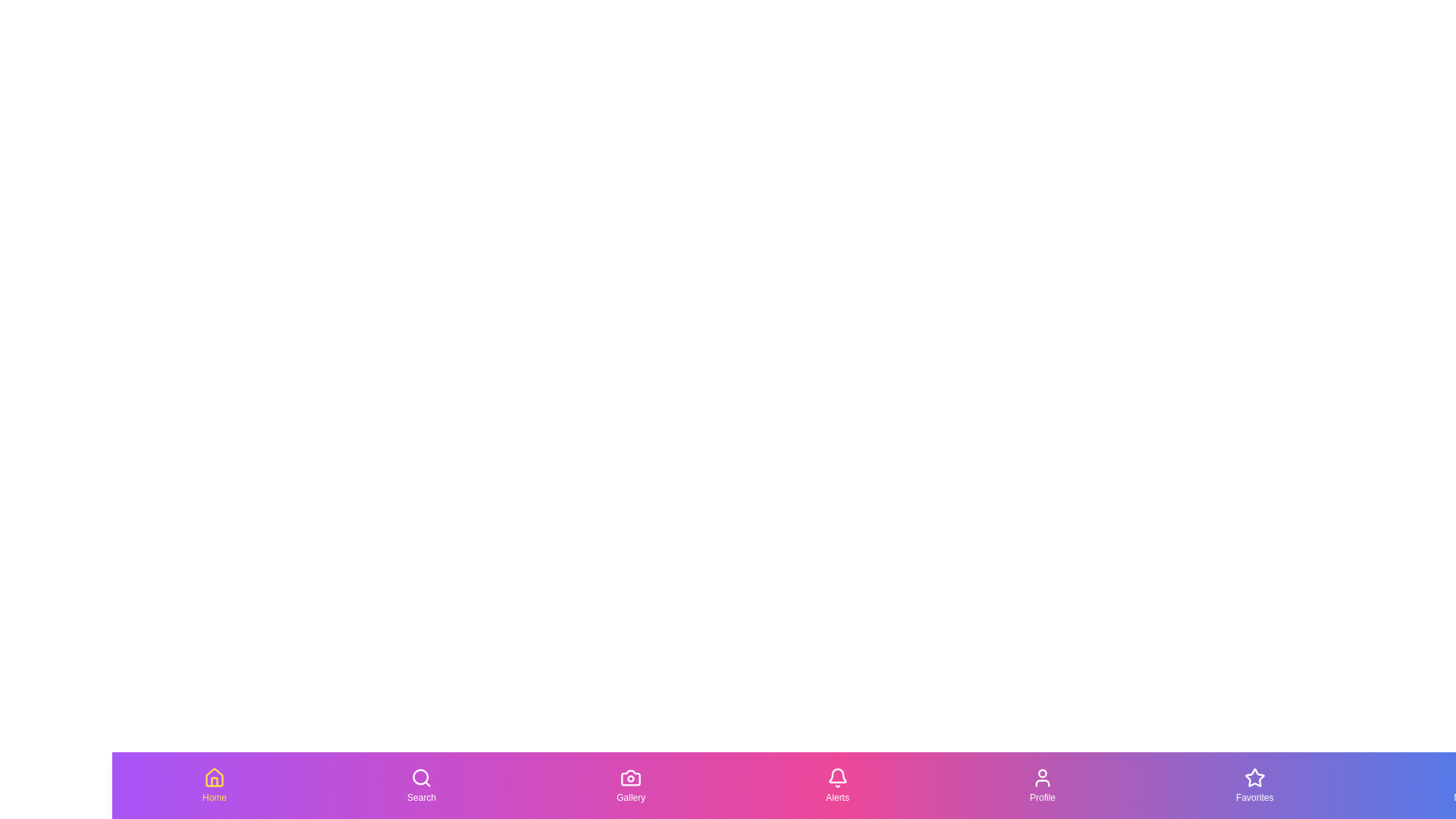 Image resolution: width=1456 pixels, height=819 pixels. What do you see at coordinates (422, 785) in the screenshot?
I see `the button labeled Search to observe the hover effect` at bounding box center [422, 785].